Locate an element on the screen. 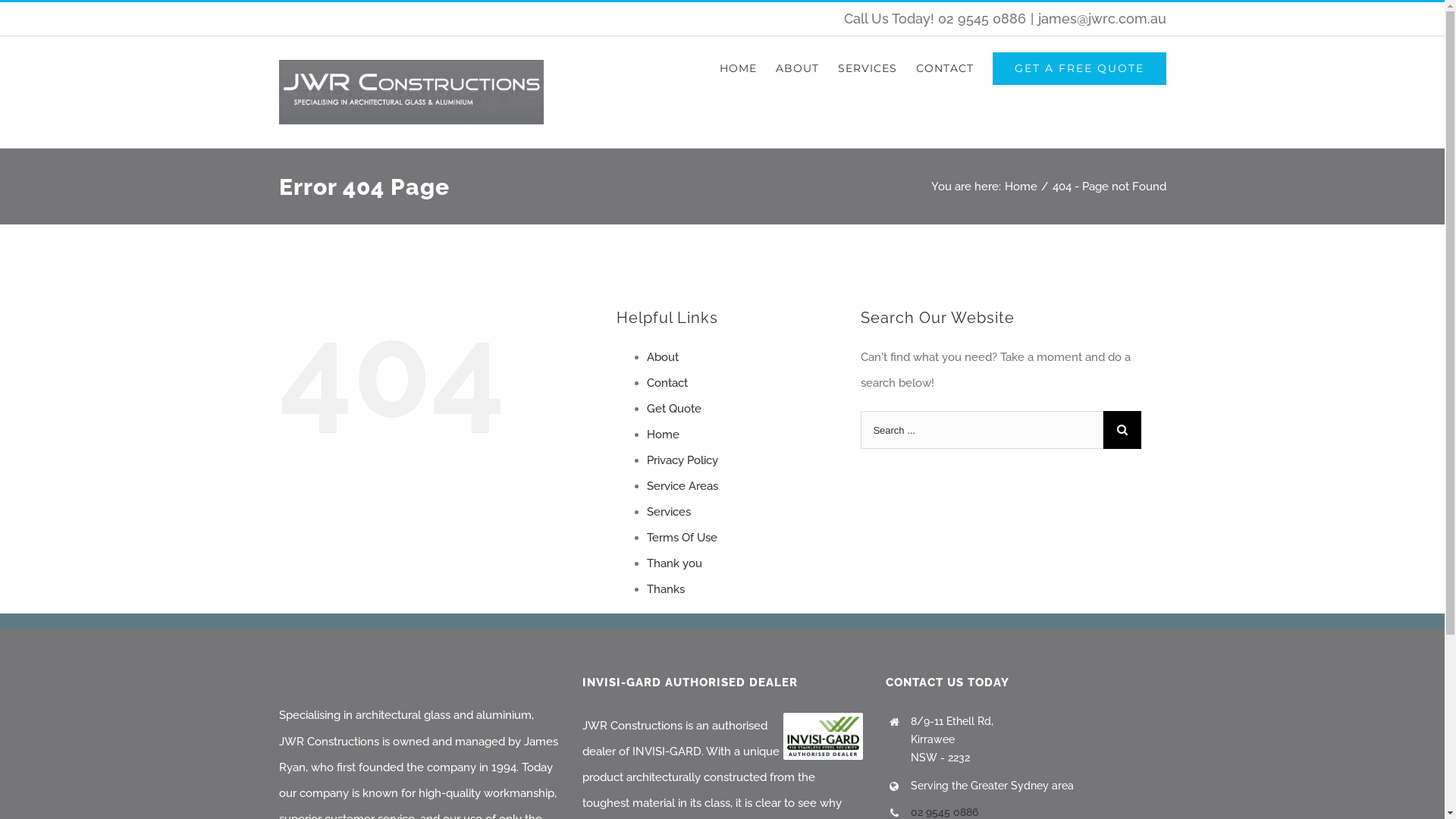  '02 9545 0886' is located at coordinates (943, 811).